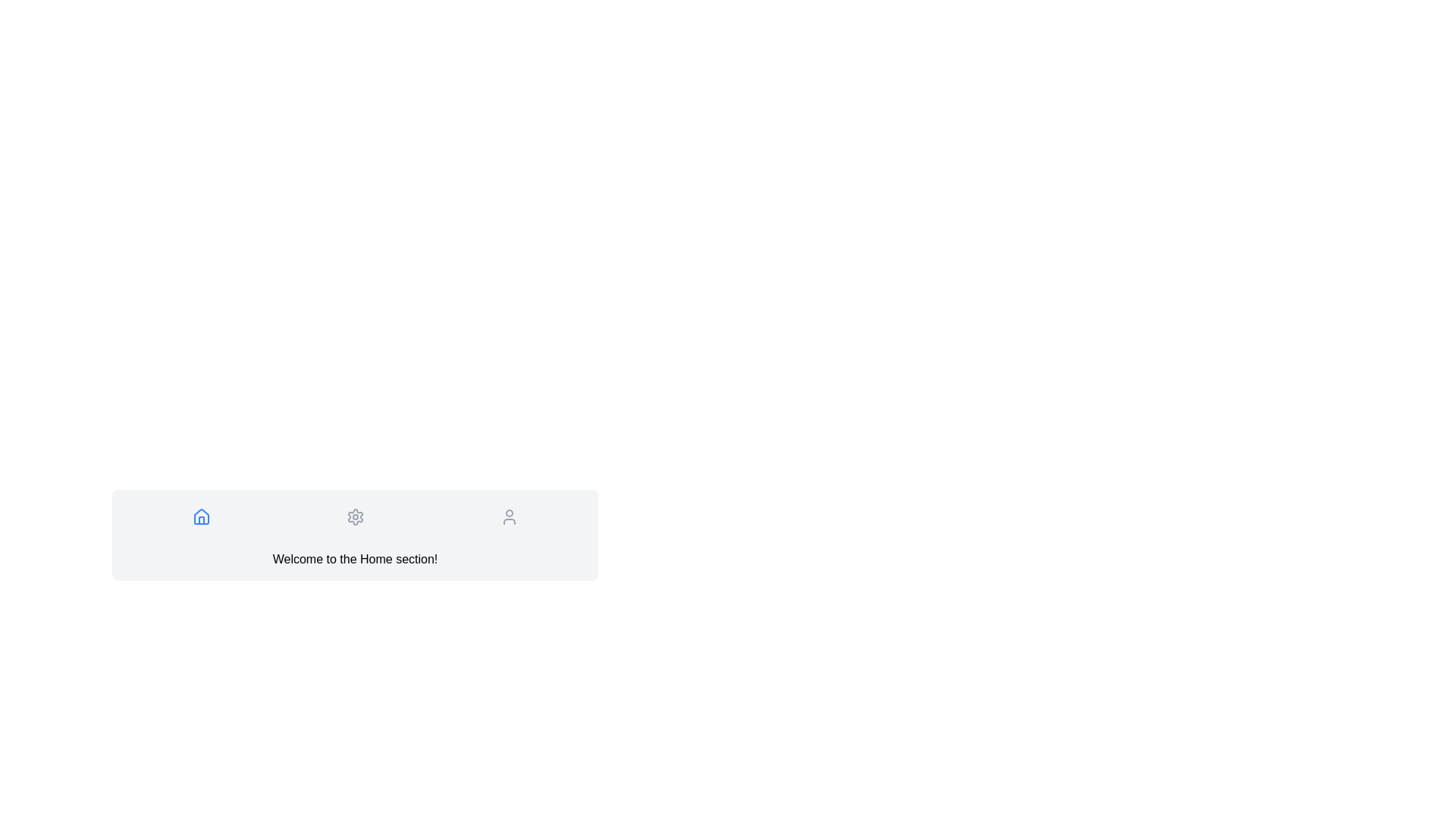 The width and height of the screenshot is (1456, 819). Describe the element at coordinates (354, 516) in the screenshot. I see `the gear icon button in the center of the navigation bar, which is styled with a gray outline and indicates settings or configuration features` at that location.